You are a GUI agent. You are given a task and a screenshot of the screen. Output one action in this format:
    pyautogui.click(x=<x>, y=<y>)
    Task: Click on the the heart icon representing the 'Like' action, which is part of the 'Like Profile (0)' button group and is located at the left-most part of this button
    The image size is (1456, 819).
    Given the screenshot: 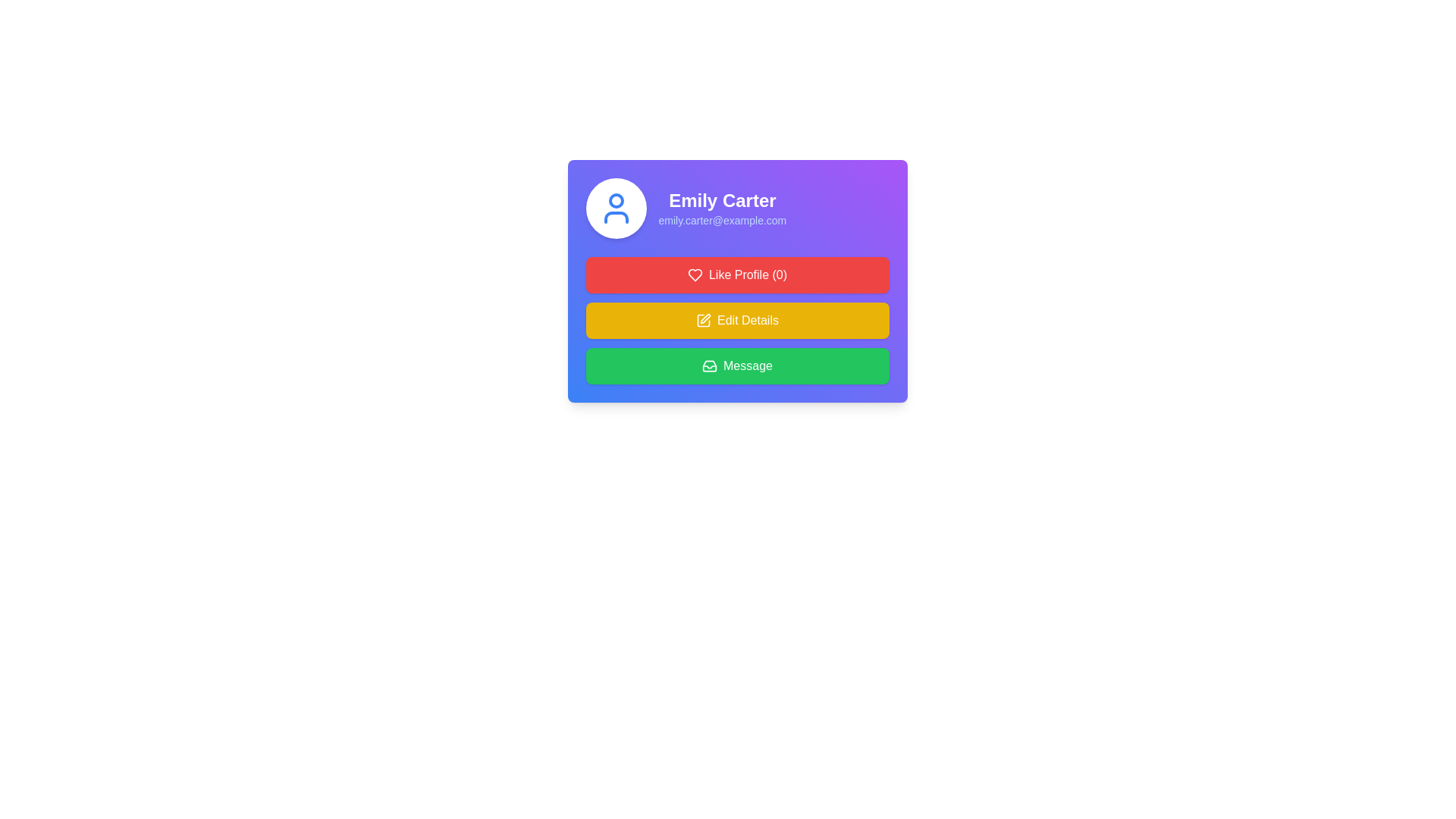 What is the action you would take?
    pyautogui.click(x=694, y=275)
    